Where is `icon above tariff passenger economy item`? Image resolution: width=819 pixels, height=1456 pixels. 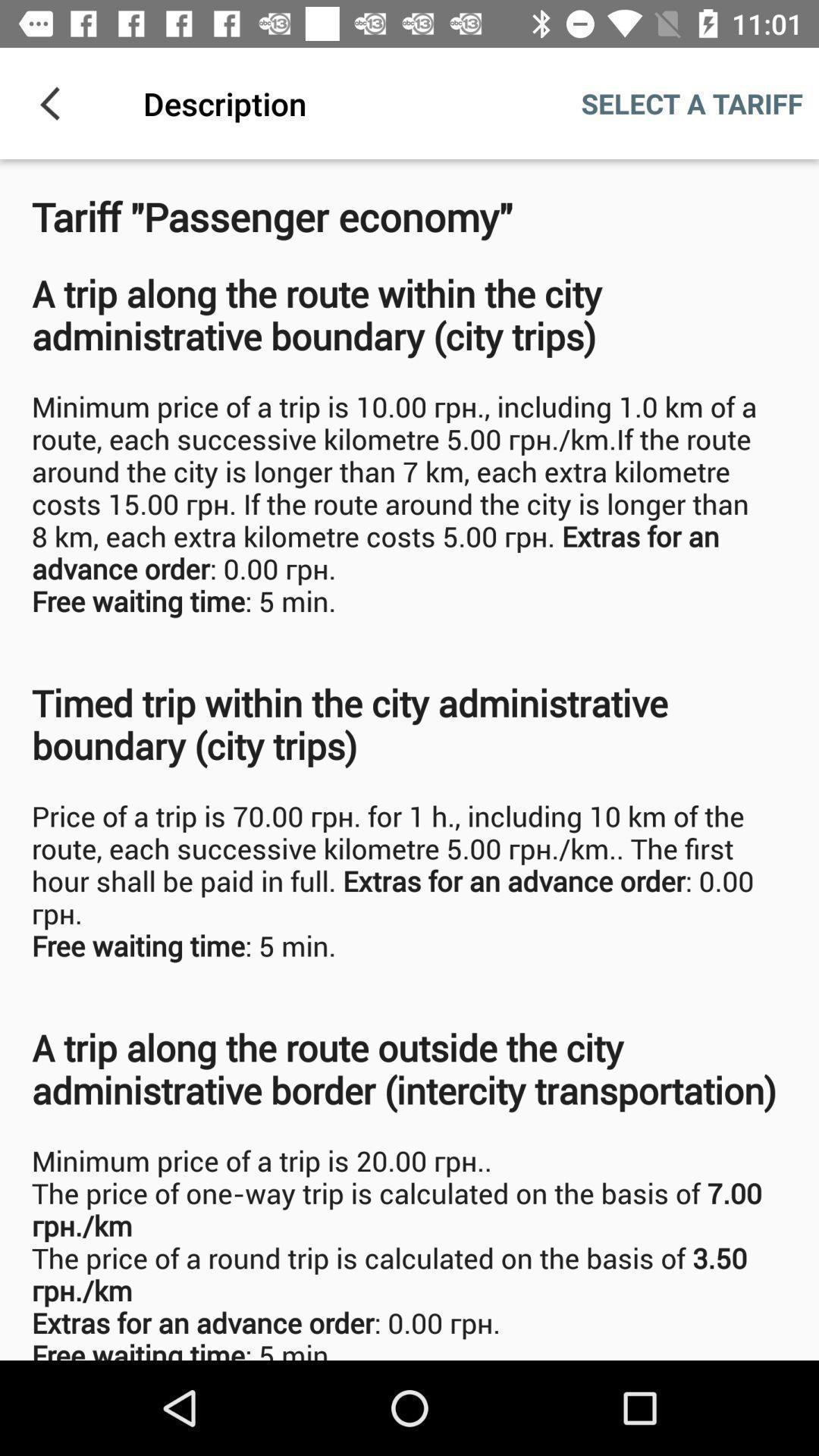
icon above tariff passenger economy item is located at coordinates (55, 102).